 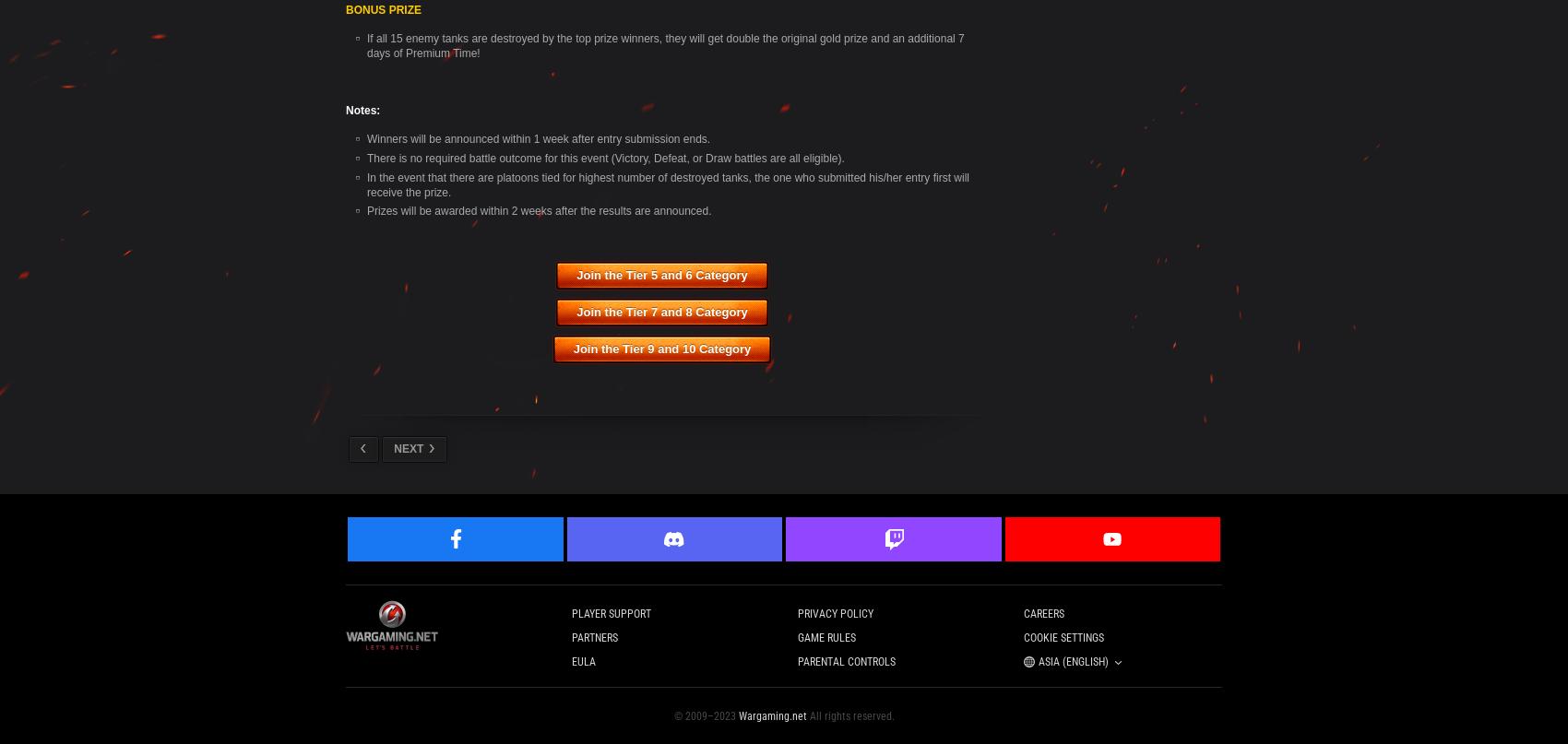 I want to click on 'Join the Tier 9 and 10 Category', so click(x=661, y=348).